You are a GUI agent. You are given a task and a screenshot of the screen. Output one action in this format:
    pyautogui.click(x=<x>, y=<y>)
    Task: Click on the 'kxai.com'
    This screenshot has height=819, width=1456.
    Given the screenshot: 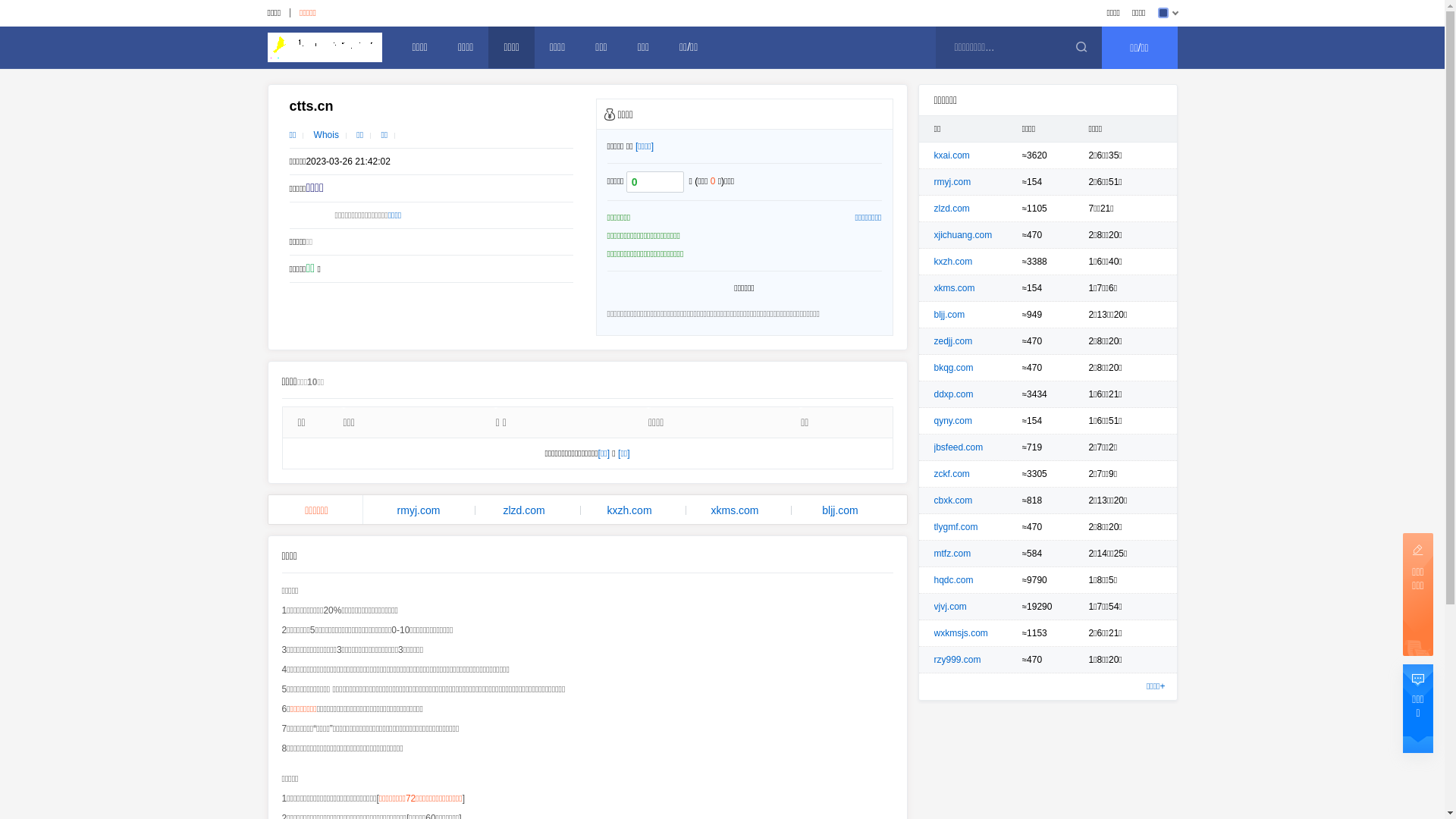 What is the action you would take?
    pyautogui.click(x=934, y=155)
    